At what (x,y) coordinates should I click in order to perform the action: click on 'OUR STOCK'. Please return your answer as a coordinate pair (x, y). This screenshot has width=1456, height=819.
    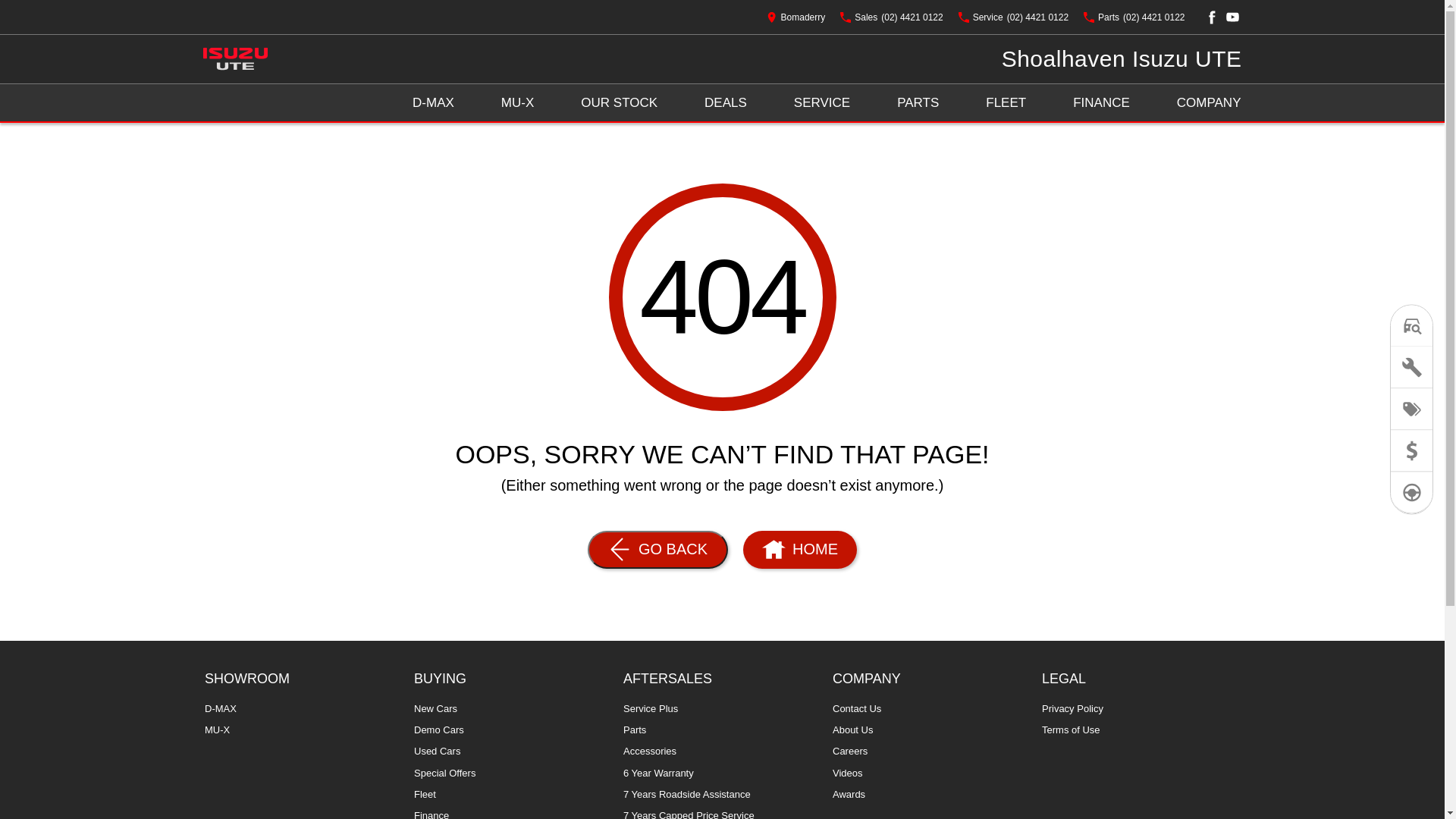
    Looking at the image, I should click on (619, 102).